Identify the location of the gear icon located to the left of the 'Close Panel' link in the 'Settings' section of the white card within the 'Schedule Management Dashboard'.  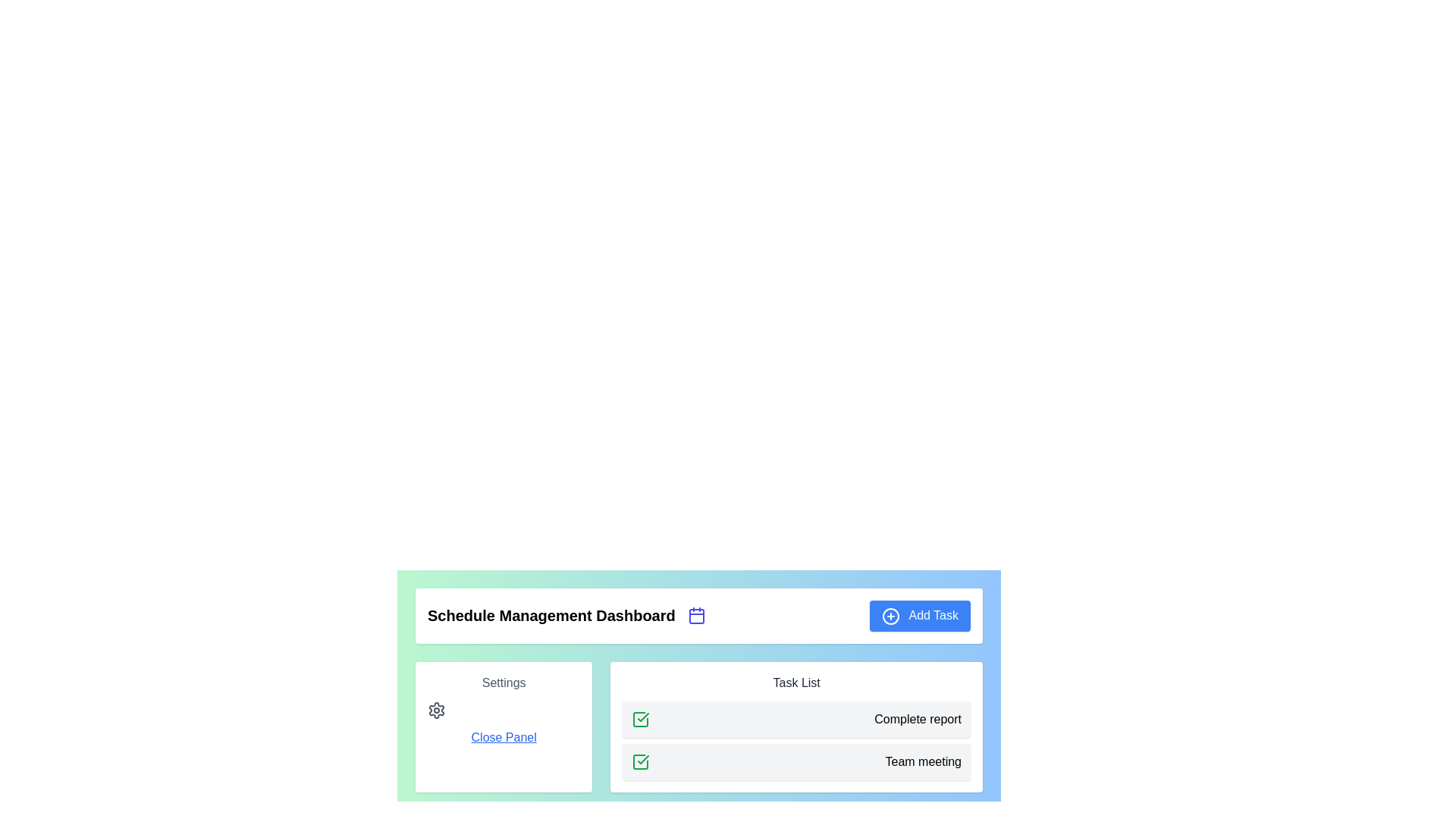
(436, 710).